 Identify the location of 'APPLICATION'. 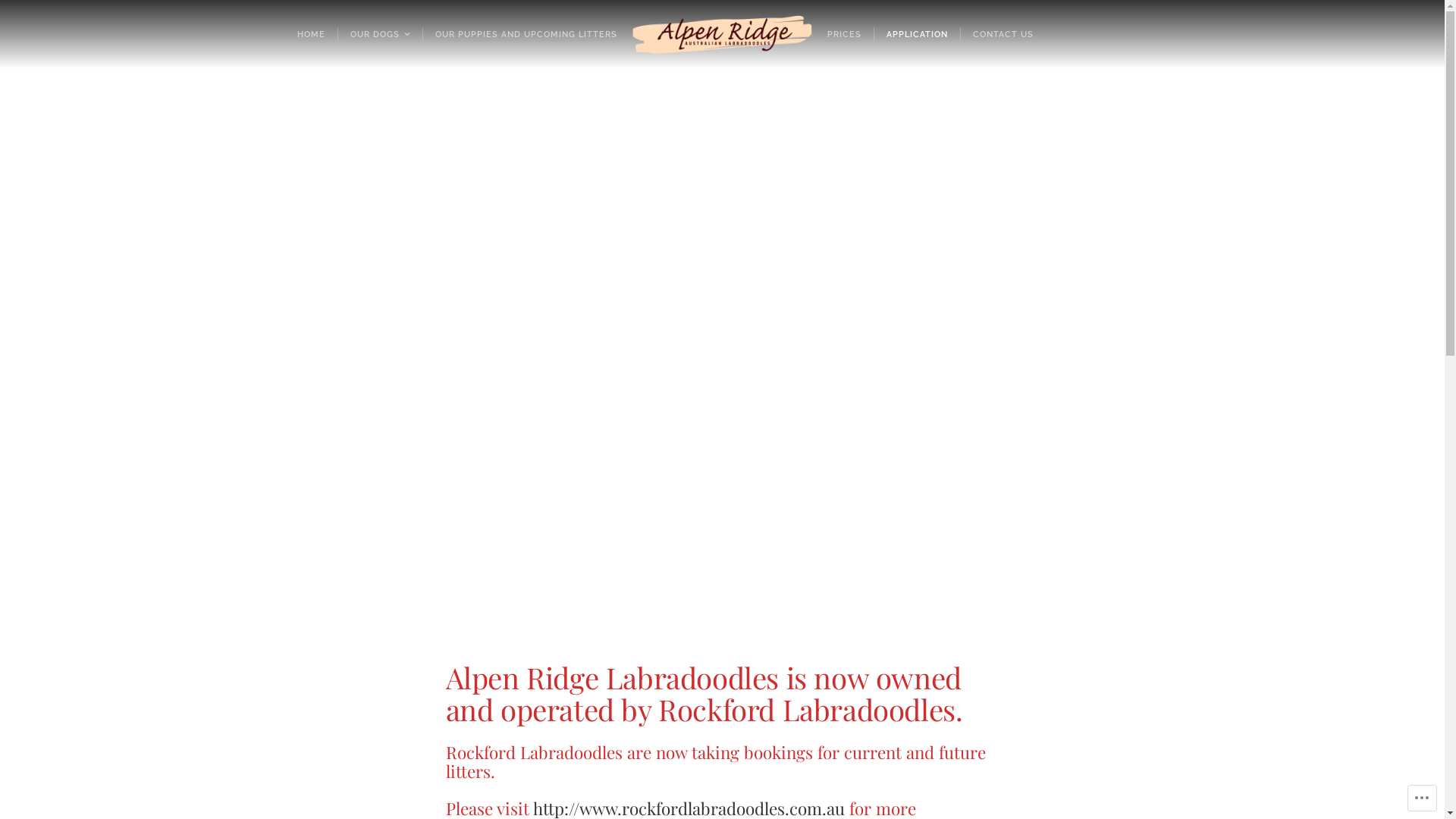
(874, 34).